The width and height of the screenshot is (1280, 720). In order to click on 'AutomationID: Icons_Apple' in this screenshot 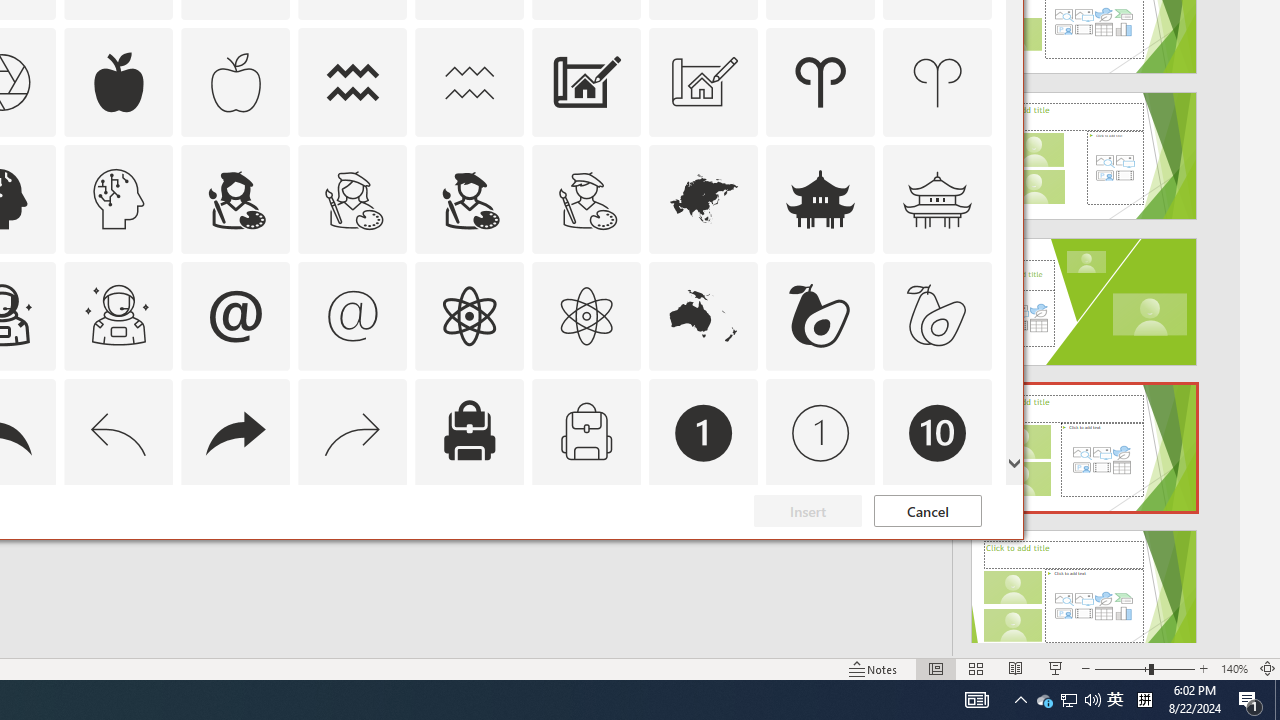, I will do `click(118, 81)`.